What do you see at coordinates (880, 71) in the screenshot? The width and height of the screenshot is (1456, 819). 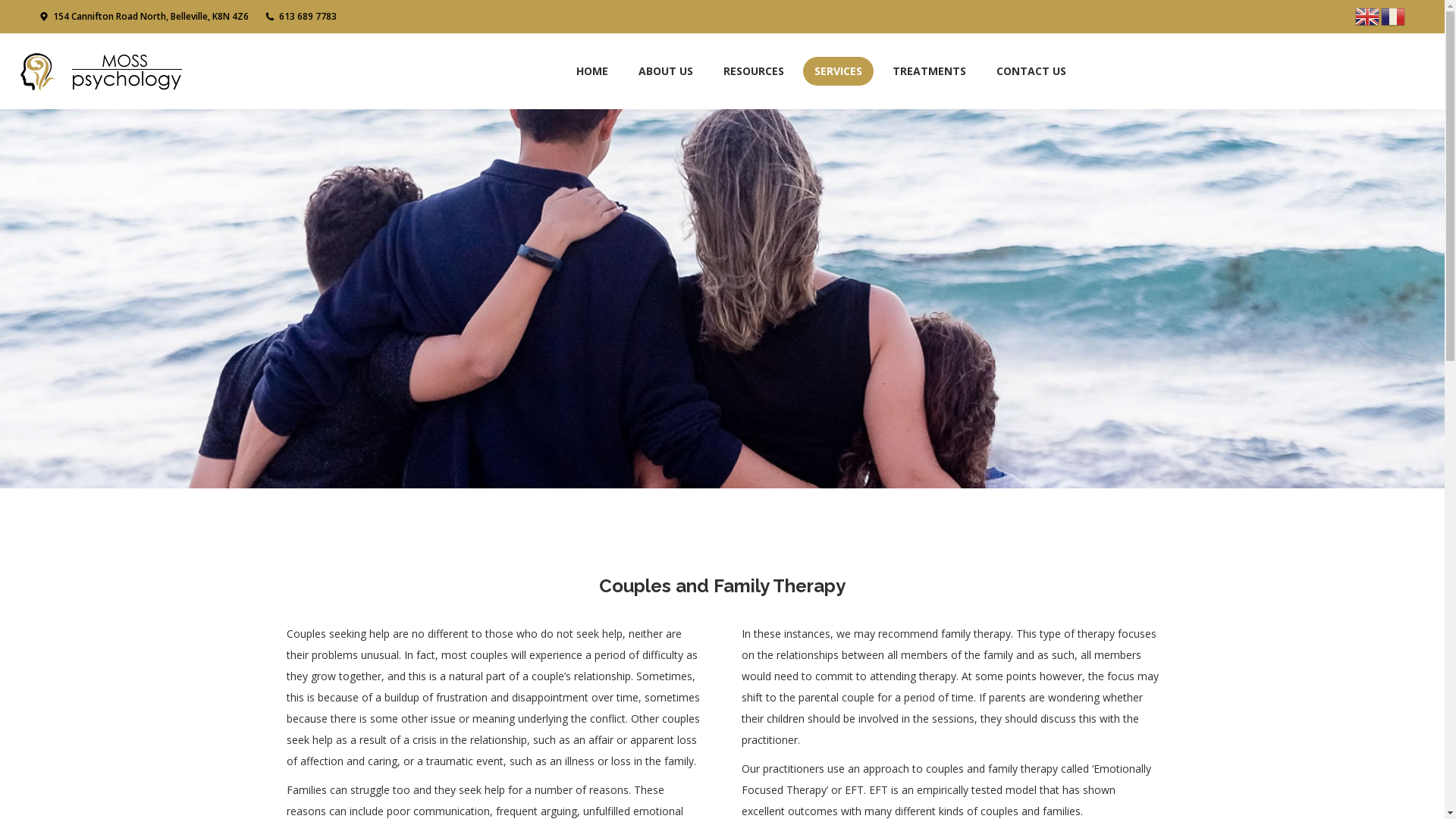 I see `'TREATMENTS'` at bounding box center [880, 71].